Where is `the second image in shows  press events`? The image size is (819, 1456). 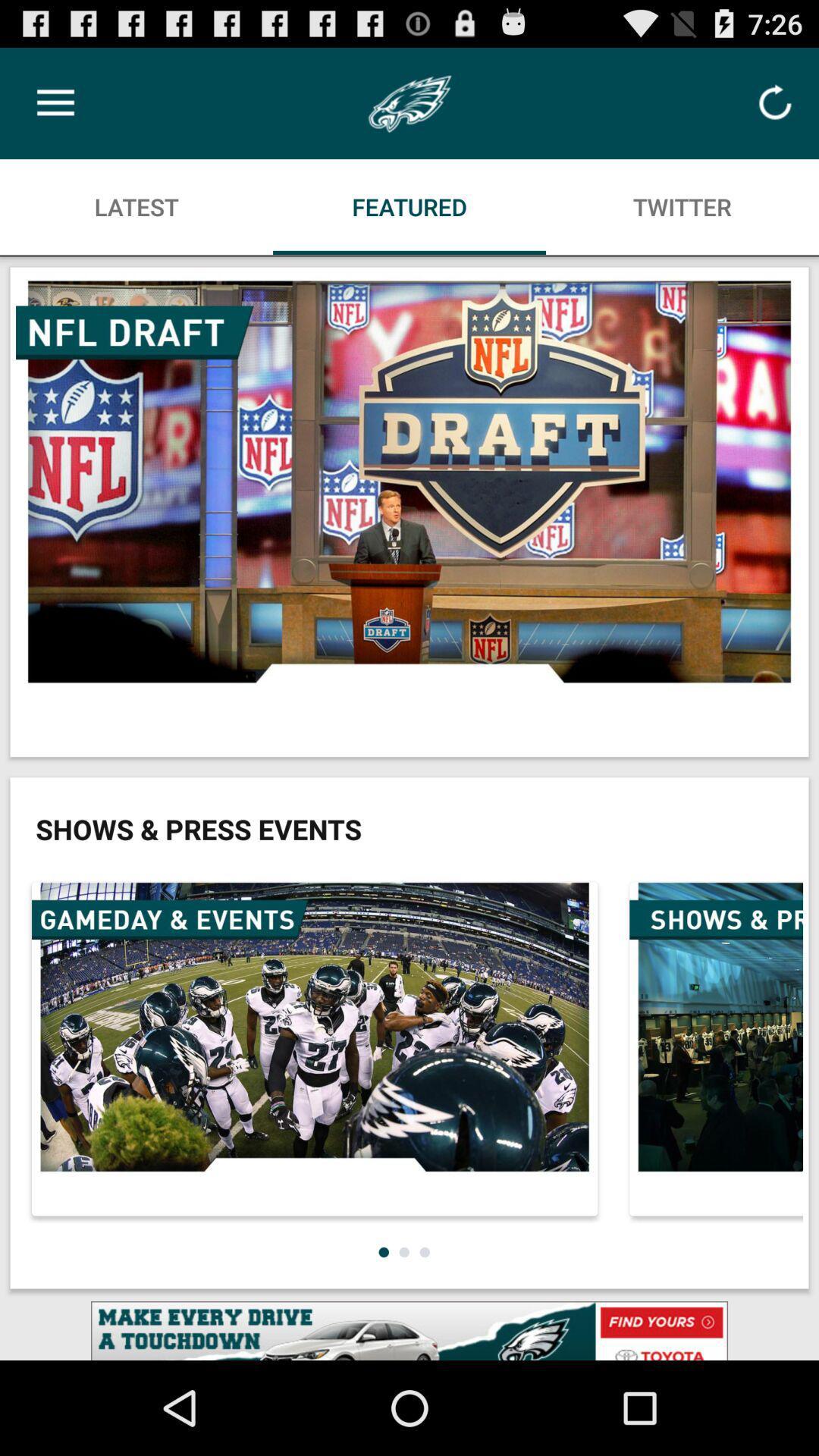
the second image in shows  press events is located at coordinates (714, 1048).